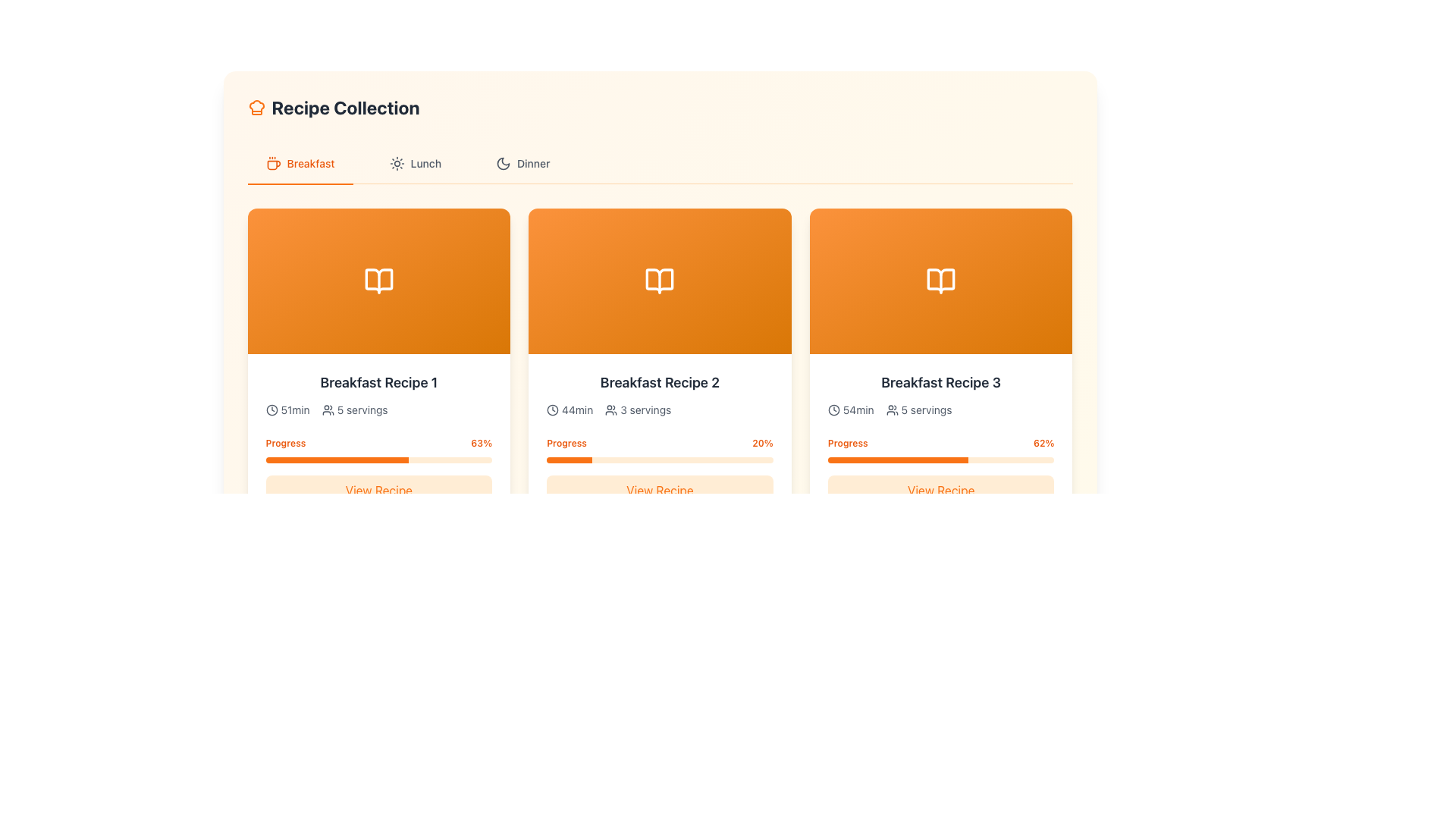 The height and width of the screenshot is (819, 1456). What do you see at coordinates (926, 409) in the screenshot?
I see `the text label displaying '5 servings' located in the third recipe card titled 'Breakfast Recipe 3', adjacent to the users icon` at bounding box center [926, 409].